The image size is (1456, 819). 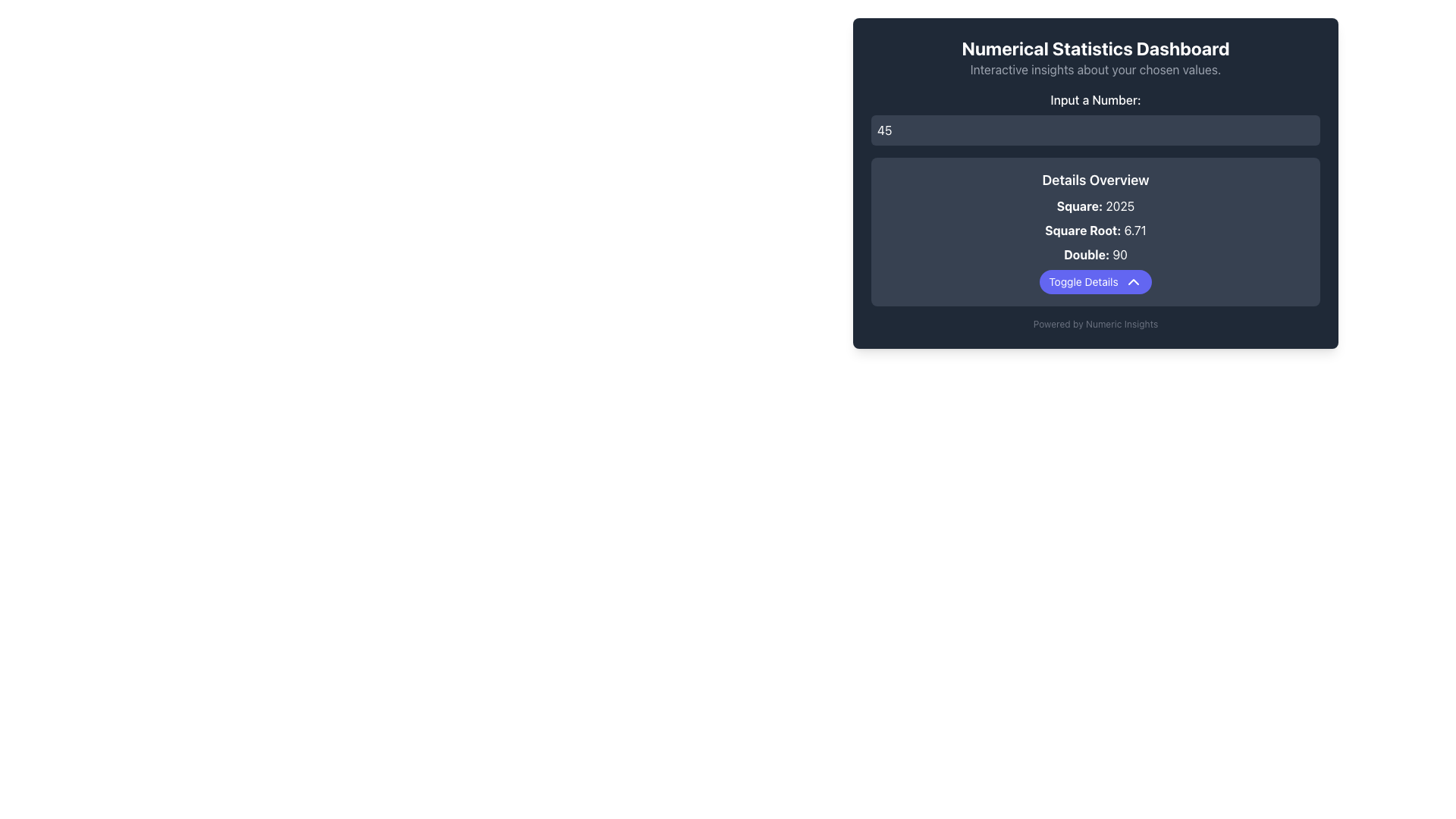 What do you see at coordinates (1095, 70) in the screenshot?
I see `the text label located immediately below the bold title 'Numerical Statistics Dashboard' in the header section of the dashboard, which provides supplementary information about its functionality` at bounding box center [1095, 70].